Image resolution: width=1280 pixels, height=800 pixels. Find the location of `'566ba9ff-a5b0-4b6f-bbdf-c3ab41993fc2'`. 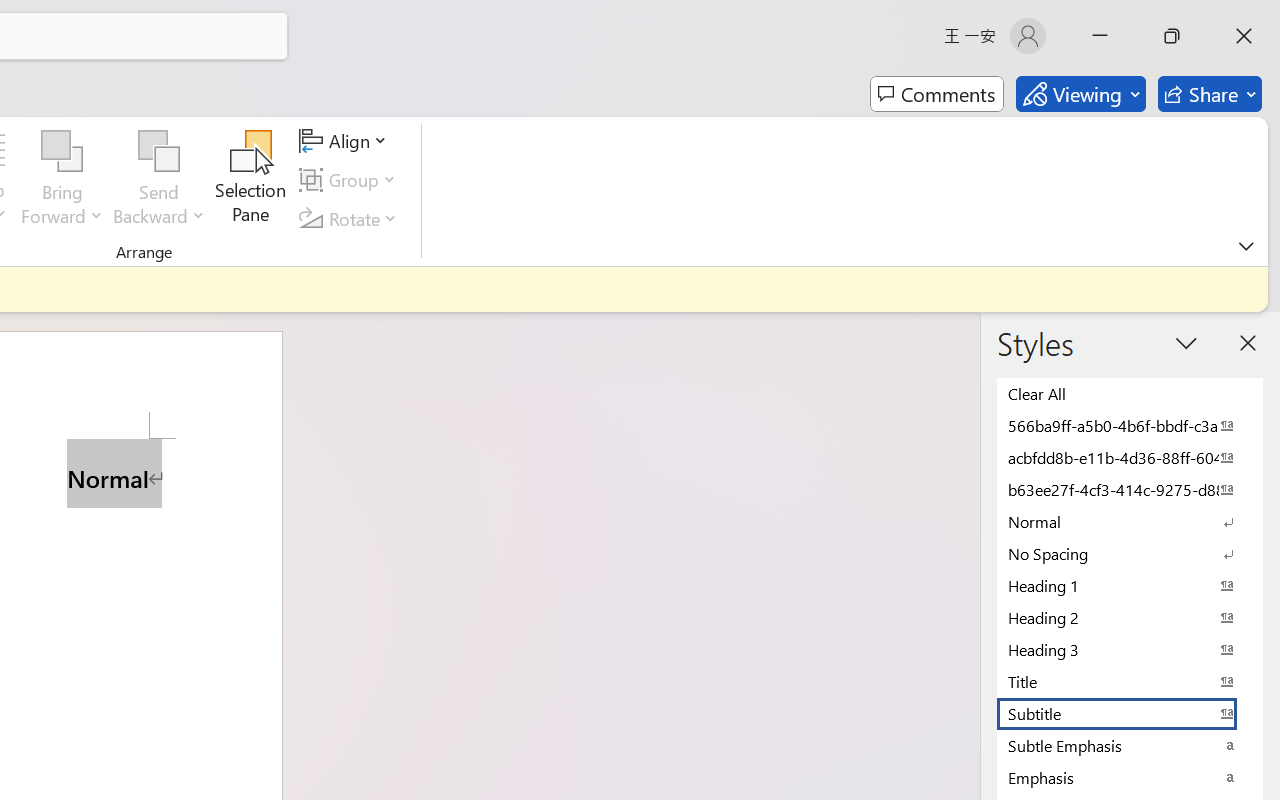

'566ba9ff-a5b0-4b6f-bbdf-c3ab41993fc2' is located at coordinates (1130, 425).